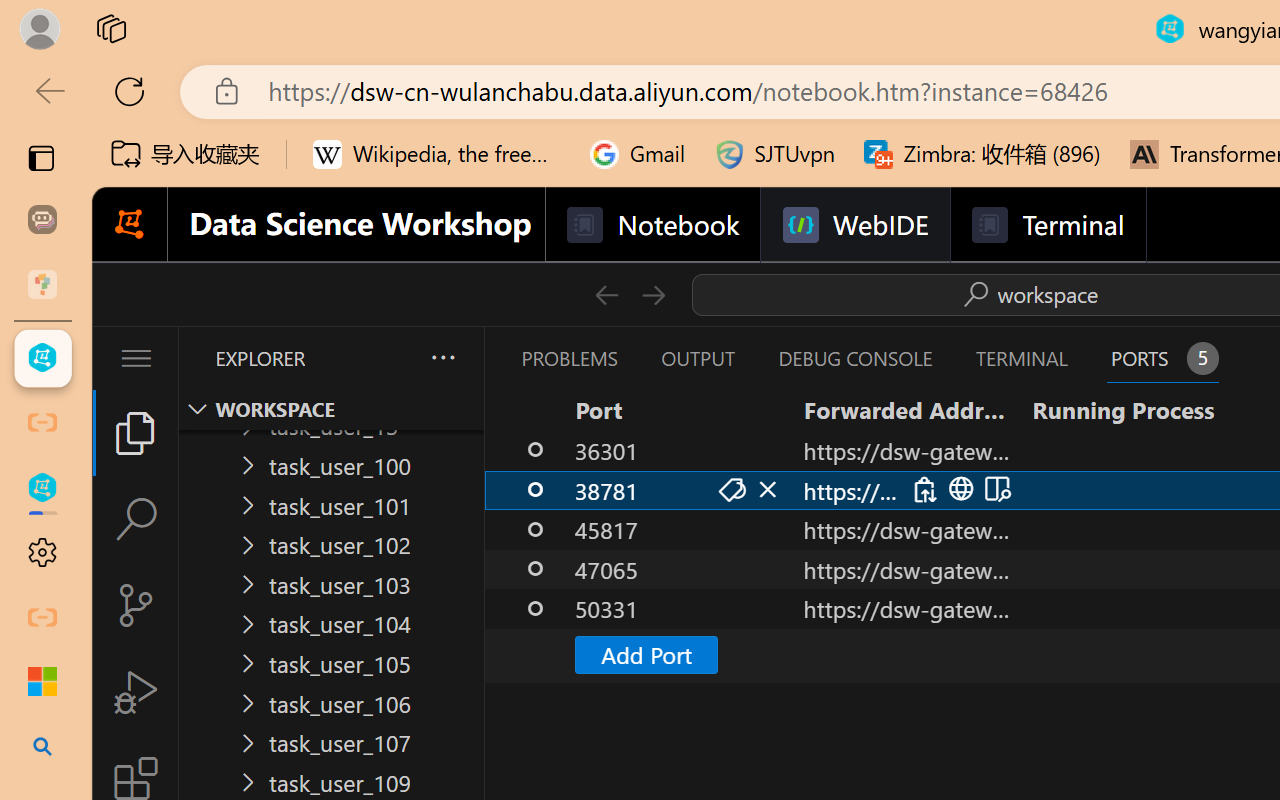  Describe the element at coordinates (134, 692) in the screenshot. I see `'Run and Debug (Ctrl+Shift+D)'` at that location.